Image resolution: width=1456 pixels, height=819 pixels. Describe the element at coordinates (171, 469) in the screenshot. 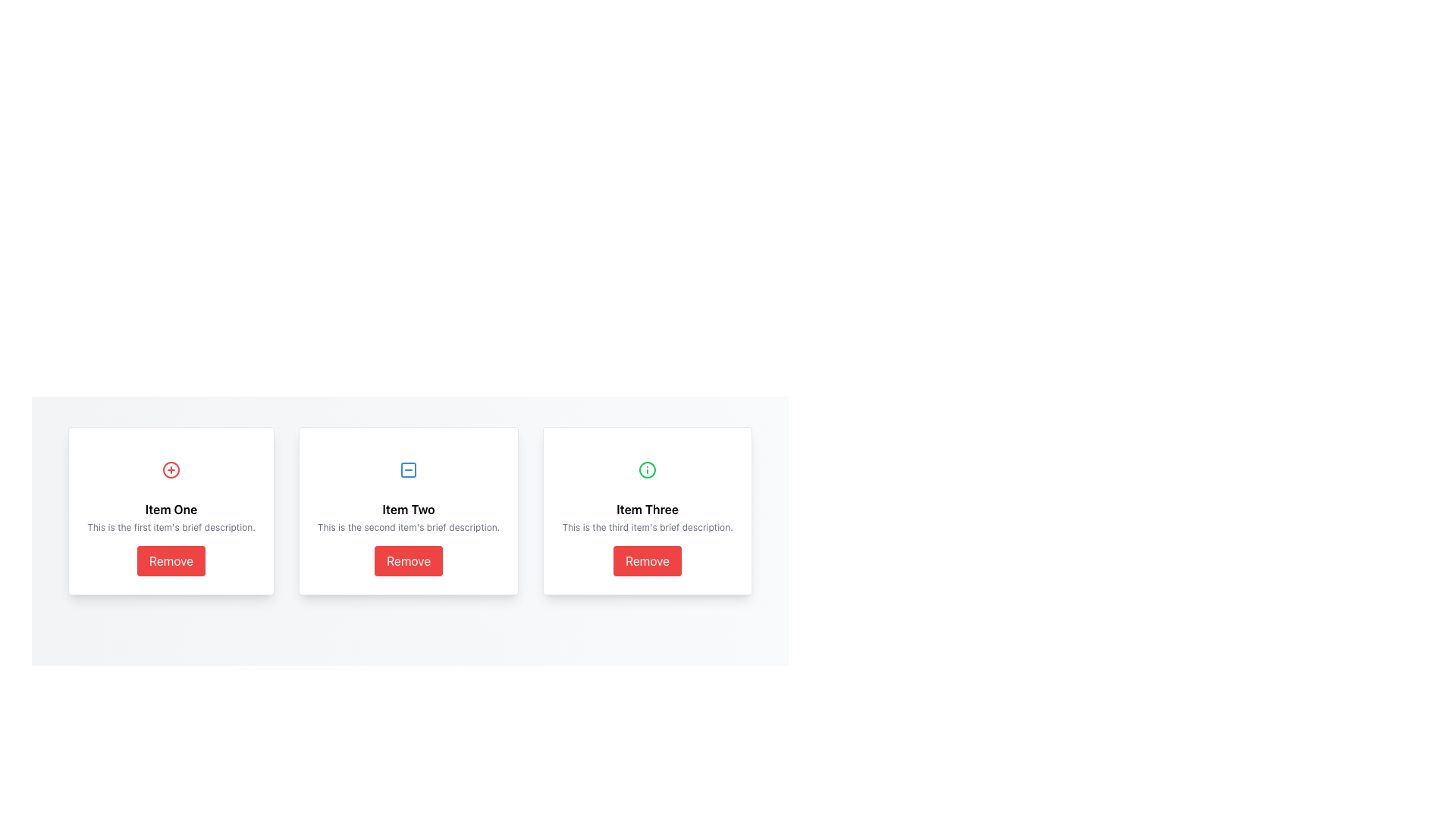

I see `the circular graphical element located at the top of the 'Item One' card, above the text 'Item One' and the 'Remove' button` at that location.